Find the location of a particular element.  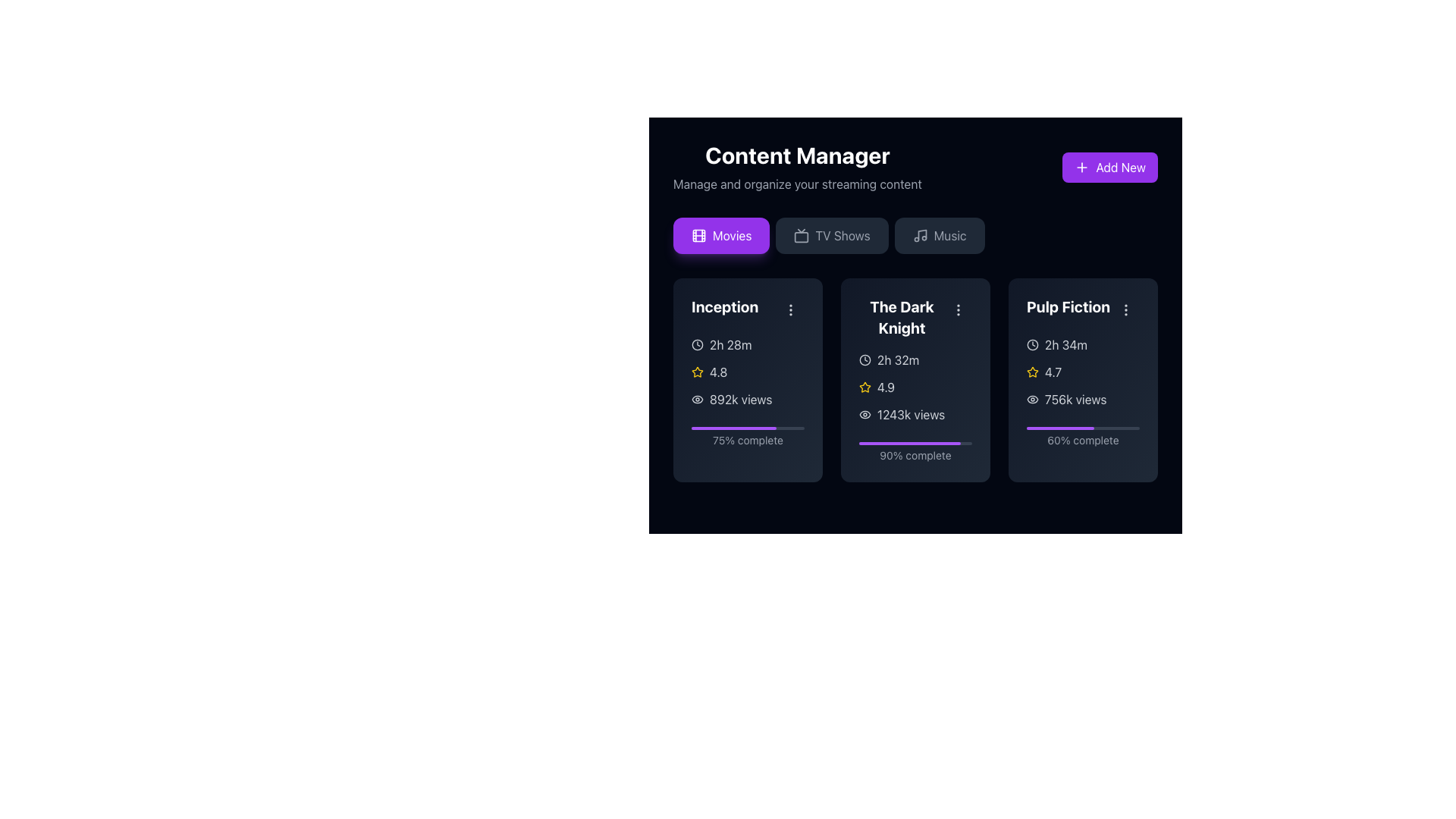

the rating value associated with the star icon located in the center of the card labeled 'The Dark Knight', under the 'Movies' tab, positioned below the time duration and above the text '4.9' is located at coordinates (865, 386).